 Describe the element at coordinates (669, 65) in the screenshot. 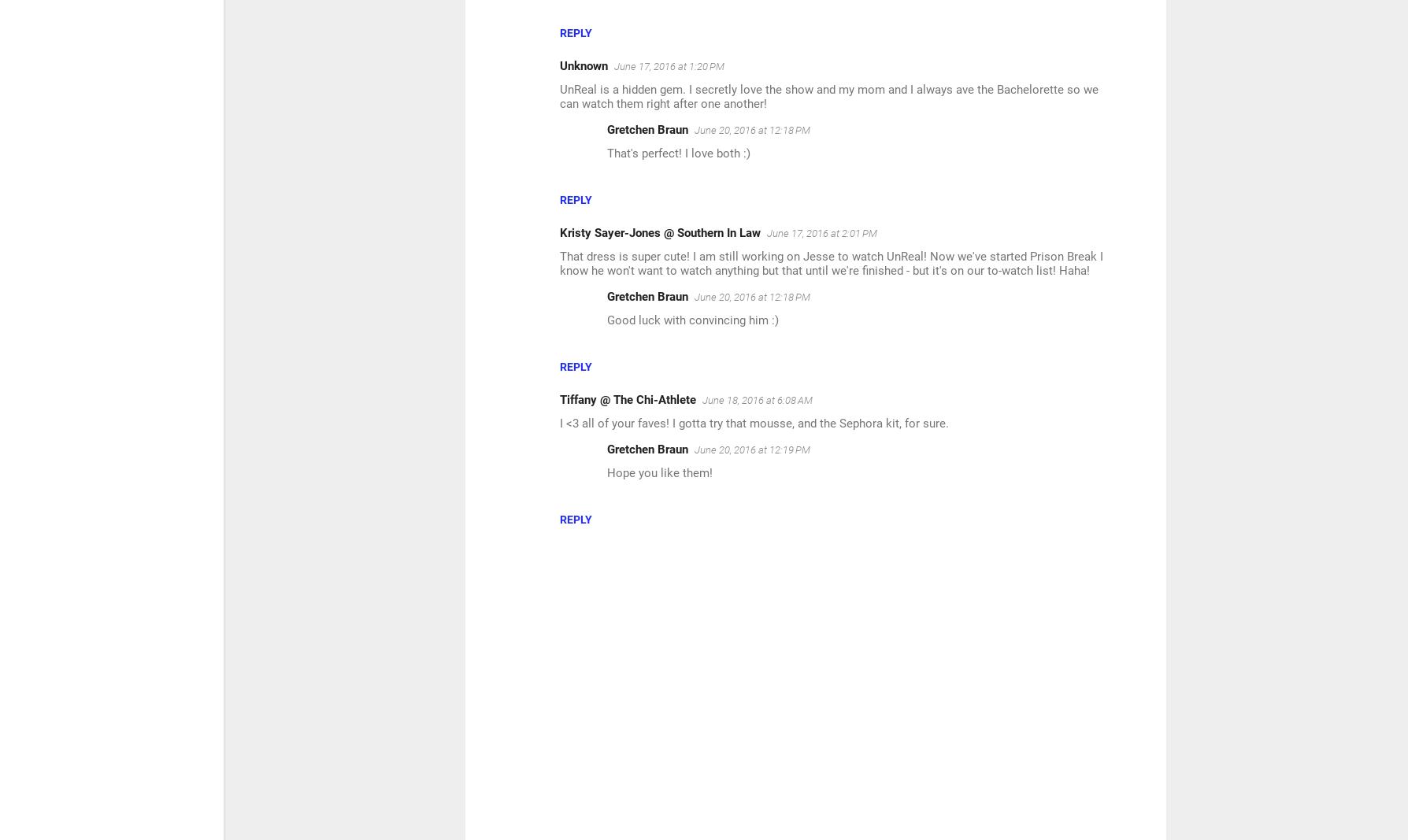

I see `'June 17, 2016 at 1:20 PM'` at that location.